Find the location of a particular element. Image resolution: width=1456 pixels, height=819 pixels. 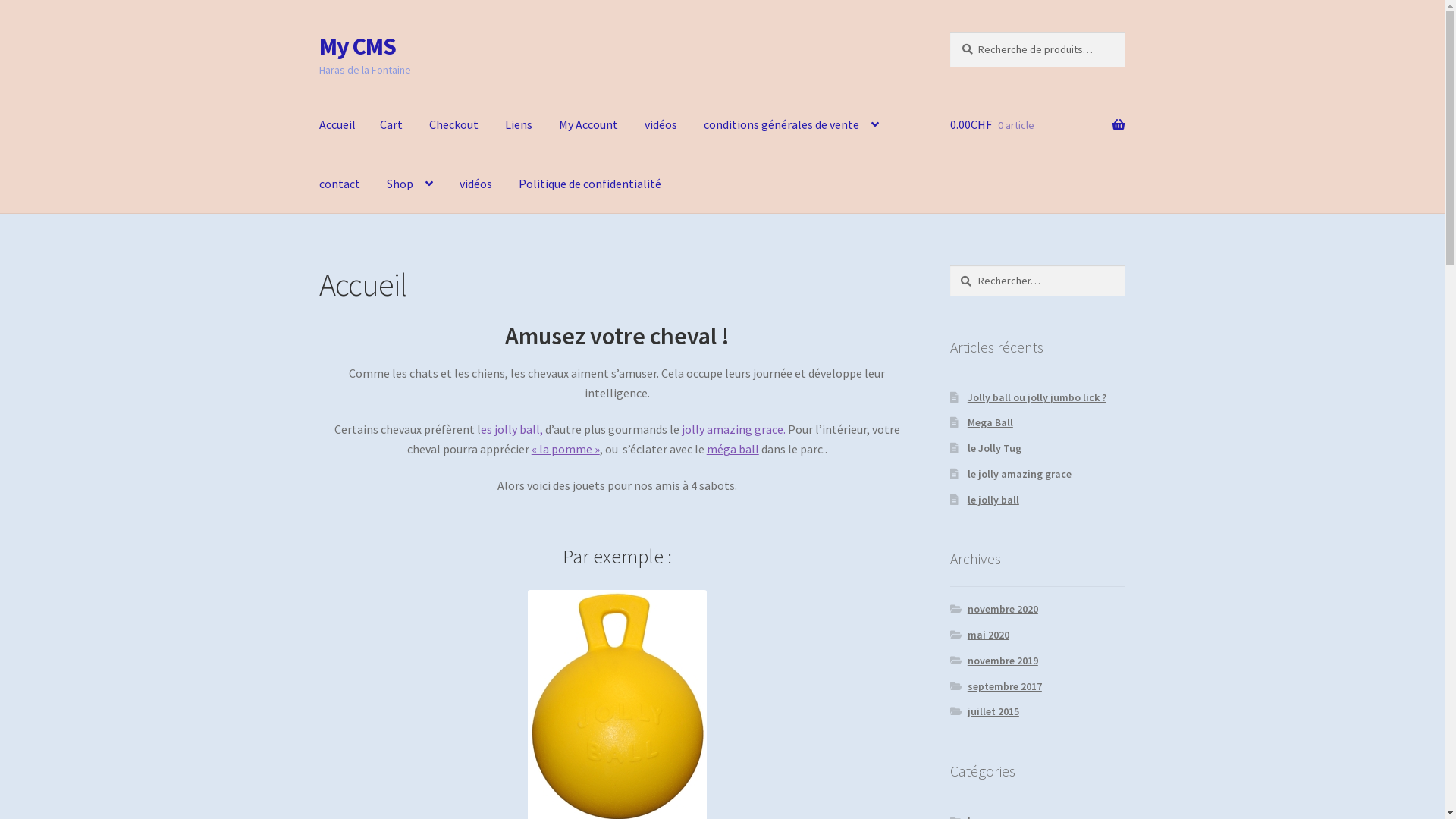

'Jolly ball ou jolly jumbo lick ?' is located at coordinates (967, 397).